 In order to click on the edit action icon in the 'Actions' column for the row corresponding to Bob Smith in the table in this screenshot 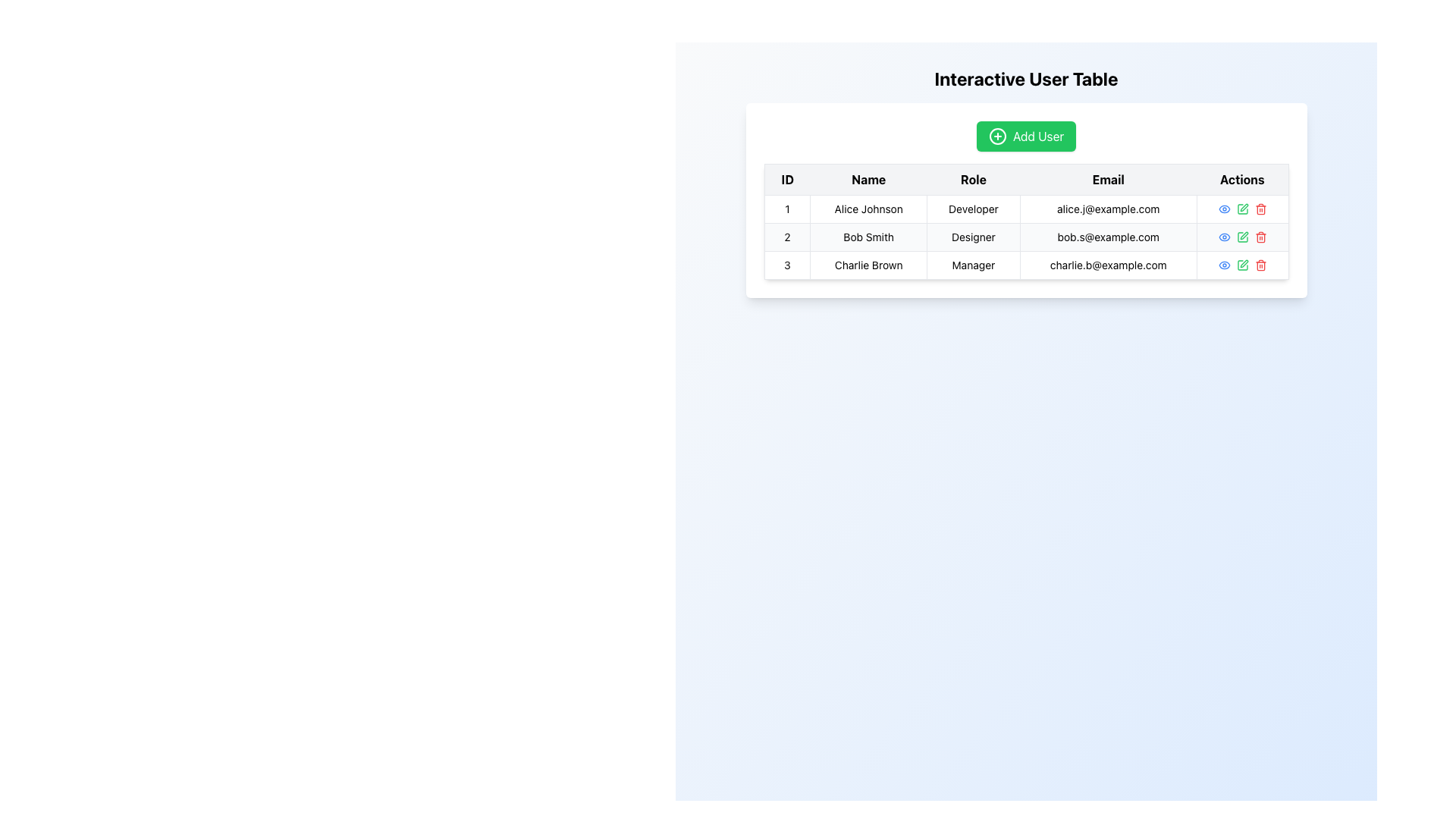, I will do `click(1244, 207)`.